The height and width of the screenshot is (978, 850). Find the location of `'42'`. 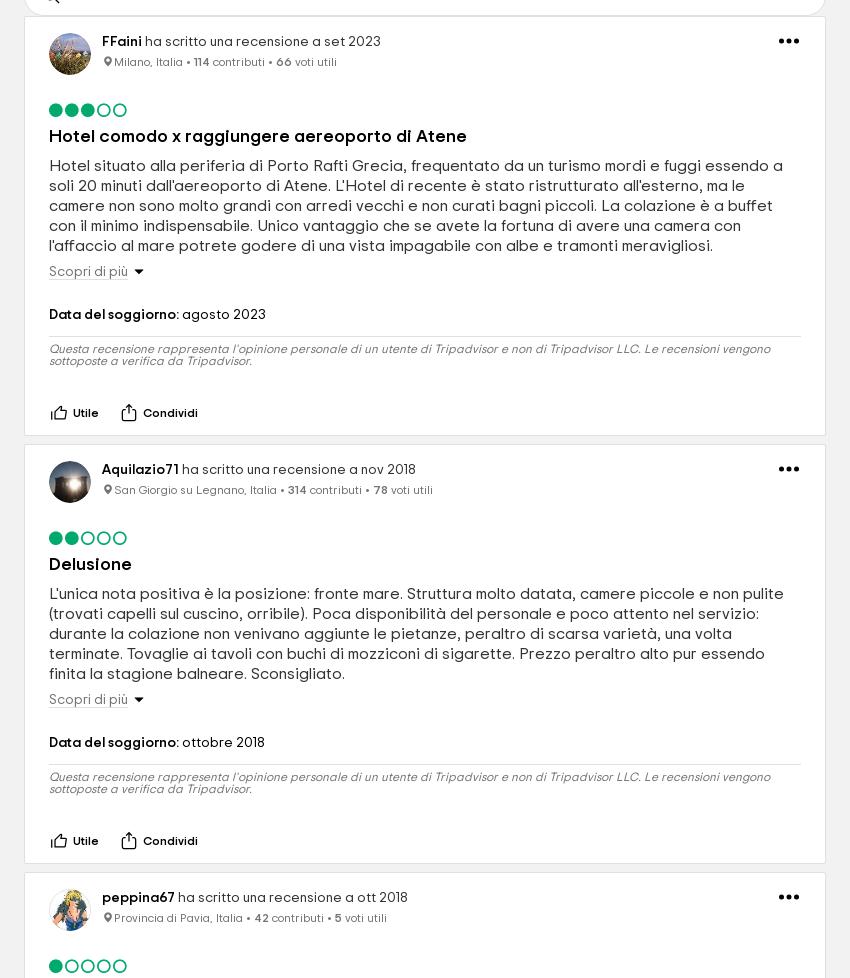

'42' is located at coordinates (260, 917).